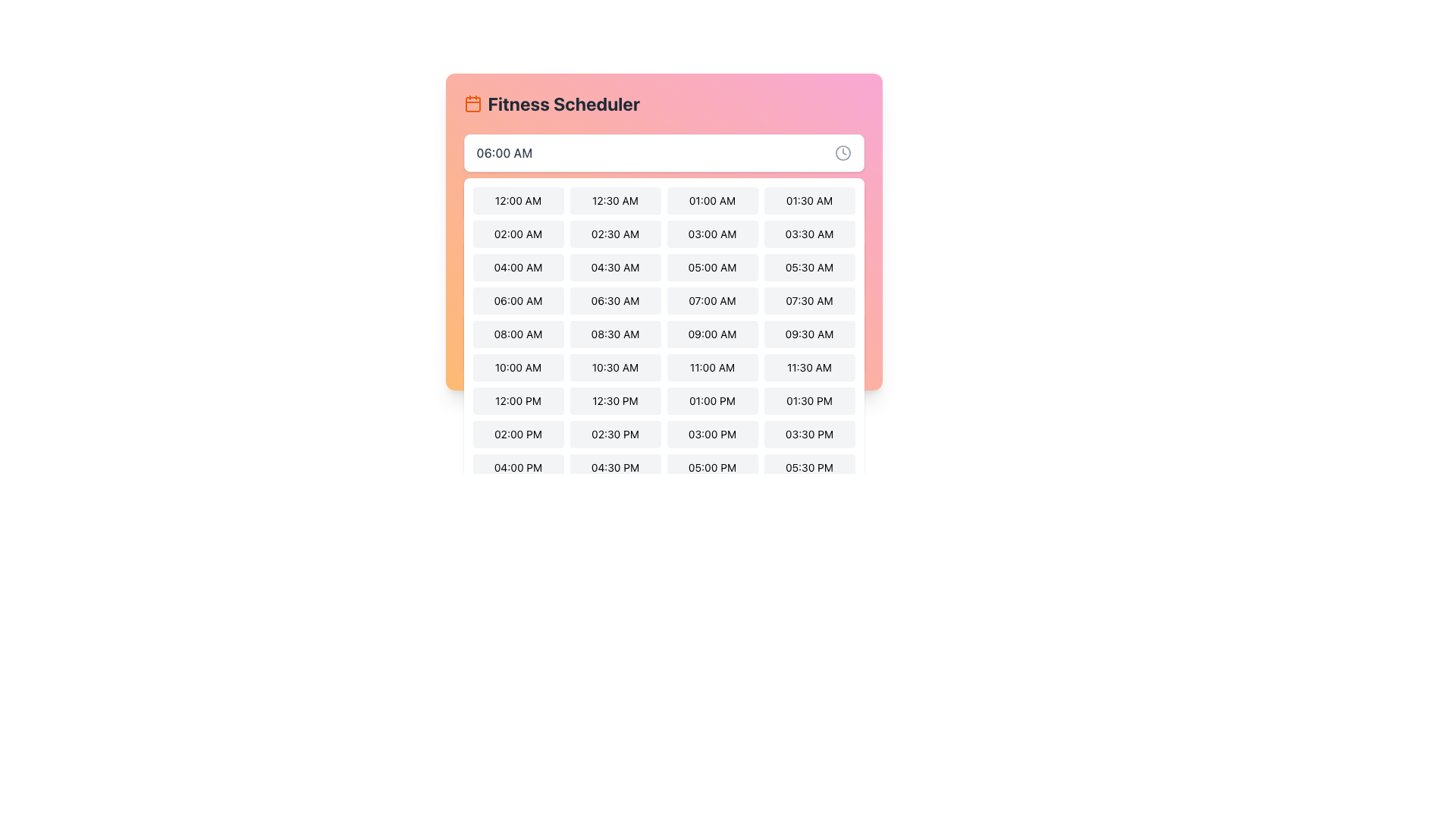 This screenshot has width=1456, height=819. What do you see at coordinates (664, 305) in the screenshot?
I see `the grid of selectable time slots in the Fitness Scheduler panel` at bounding box center [664, 305].